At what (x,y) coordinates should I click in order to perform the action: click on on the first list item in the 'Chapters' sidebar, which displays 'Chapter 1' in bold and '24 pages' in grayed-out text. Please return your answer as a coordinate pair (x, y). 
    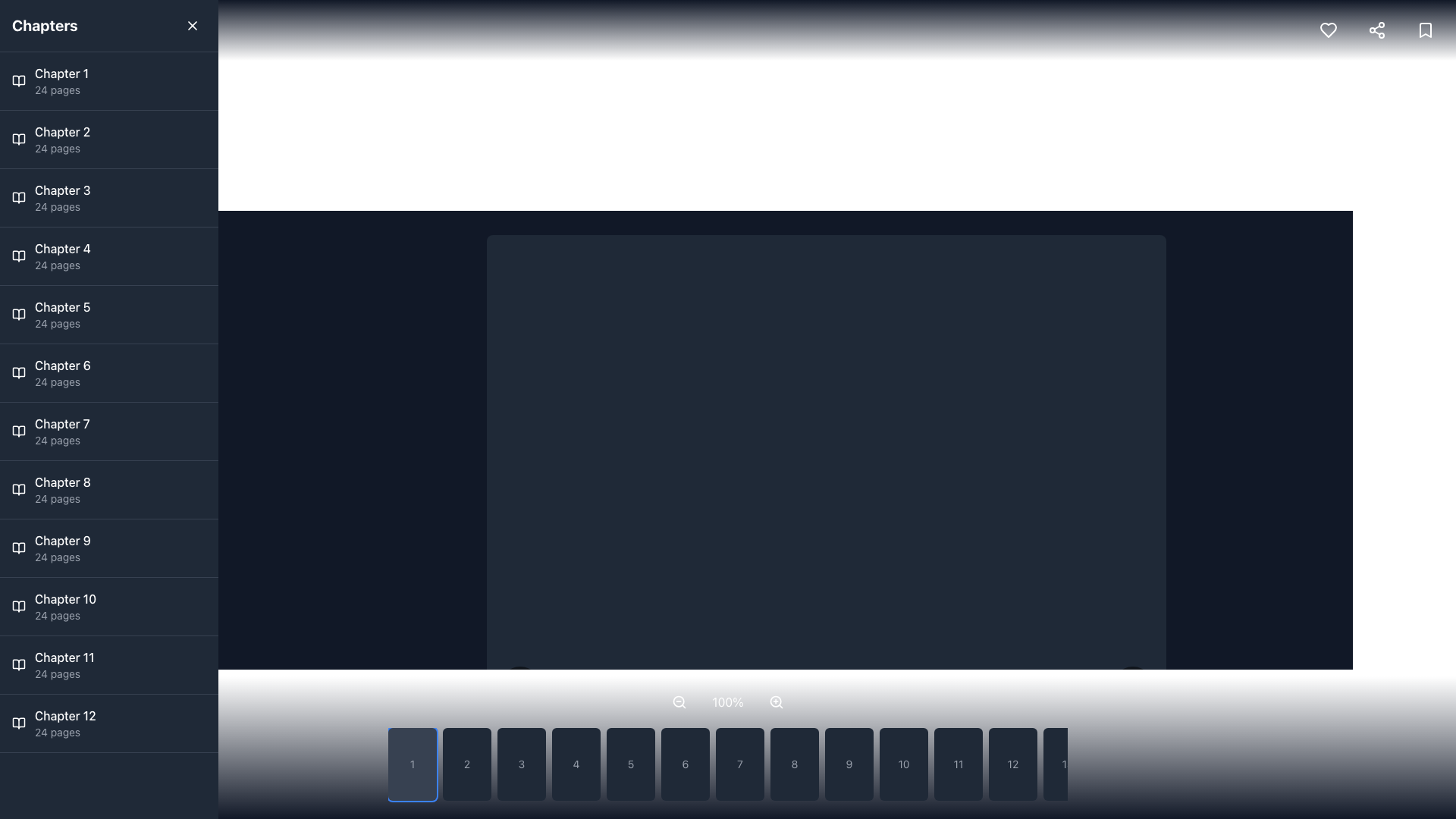
    Looking at the image, I should click on (61, 81).